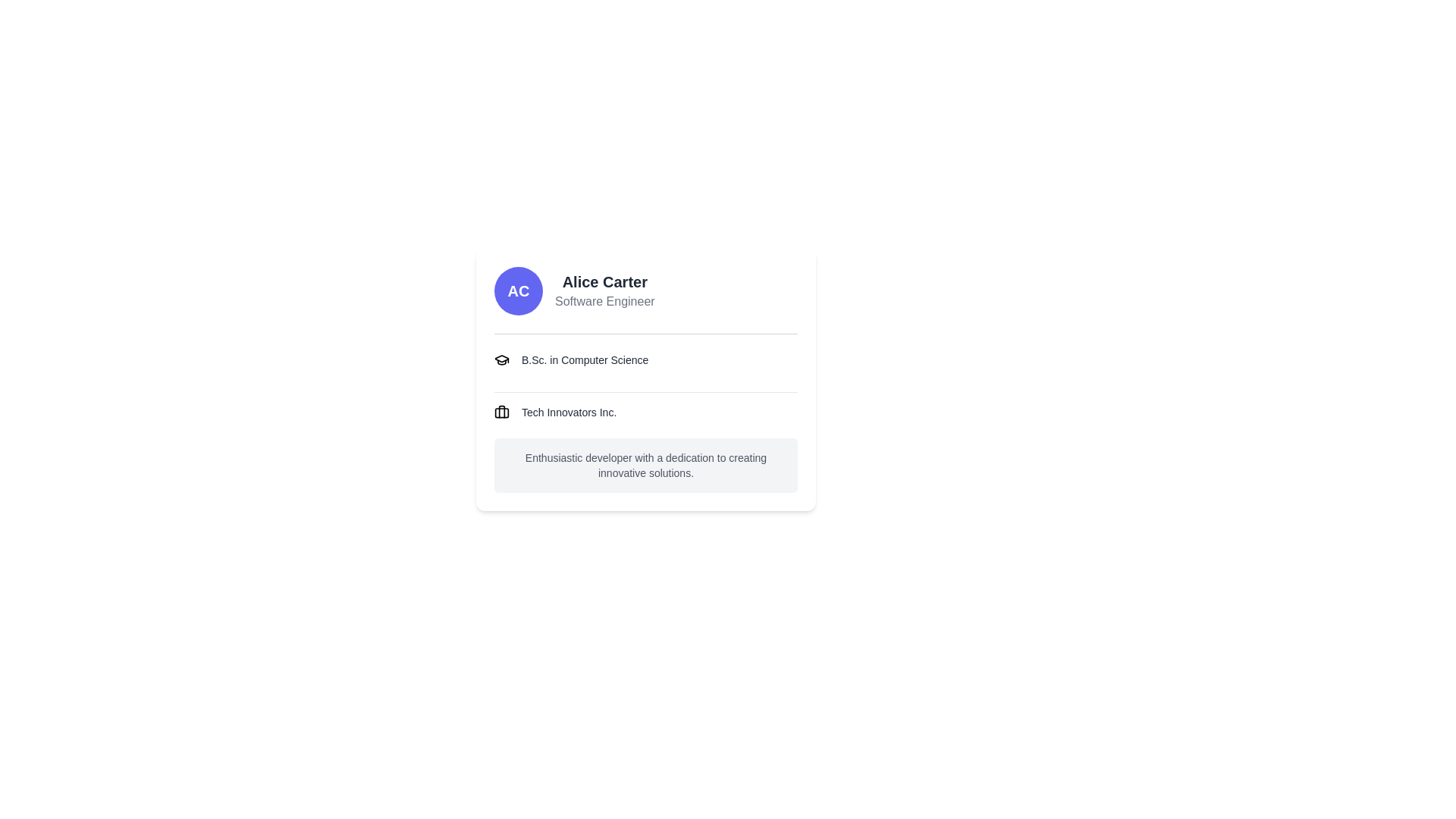  What do you see at coordinates (604, 301) in the screenshot?
I see `the descriptive text label positioned directly below the name 'Alice Carter' in the vertically aligned card layout` at bounding box center [604, 301].